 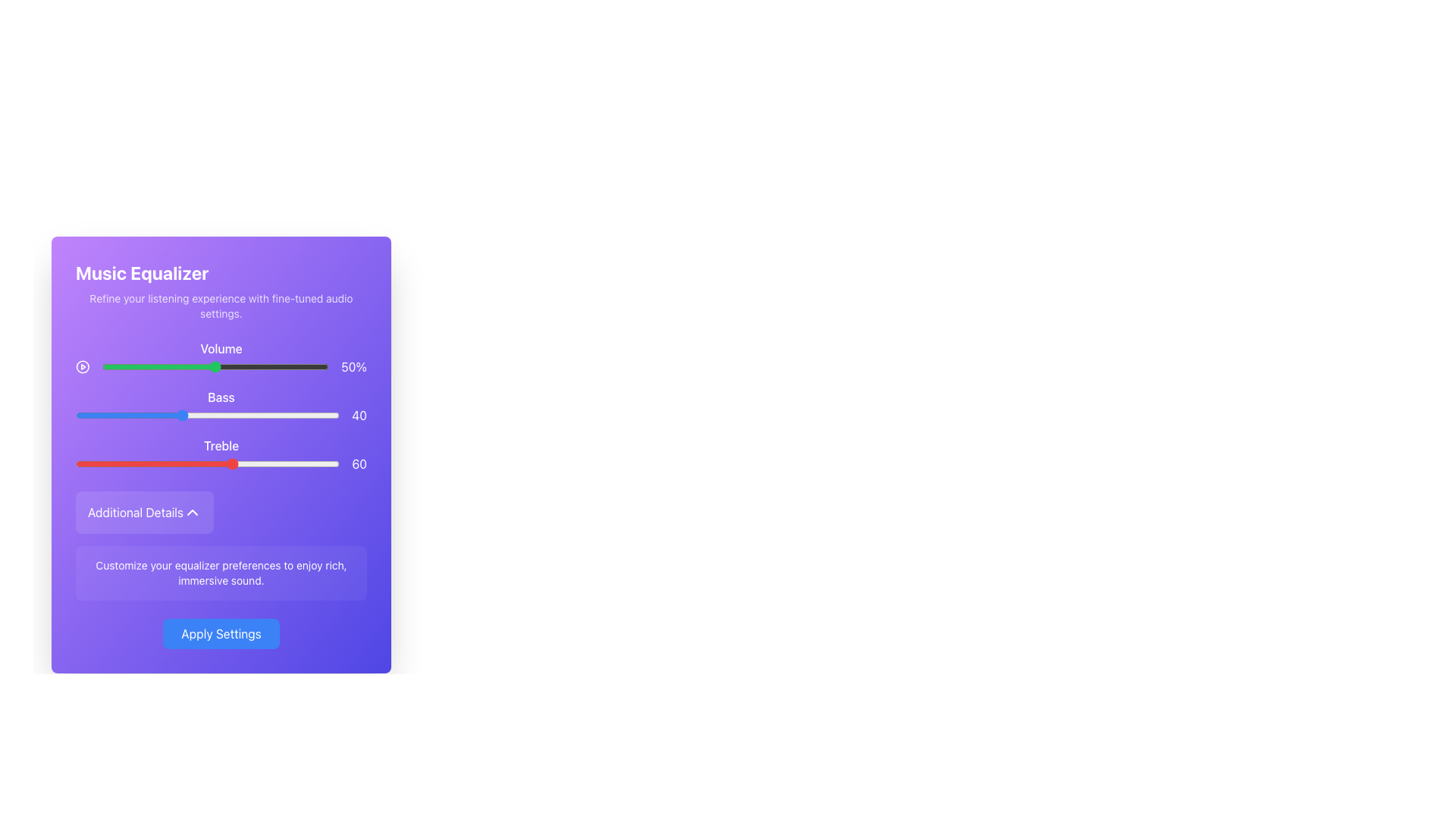 What do you see at coordinates (297, 463) in the screenshot?
I see `the Treble` at bounding box center [297, 463].